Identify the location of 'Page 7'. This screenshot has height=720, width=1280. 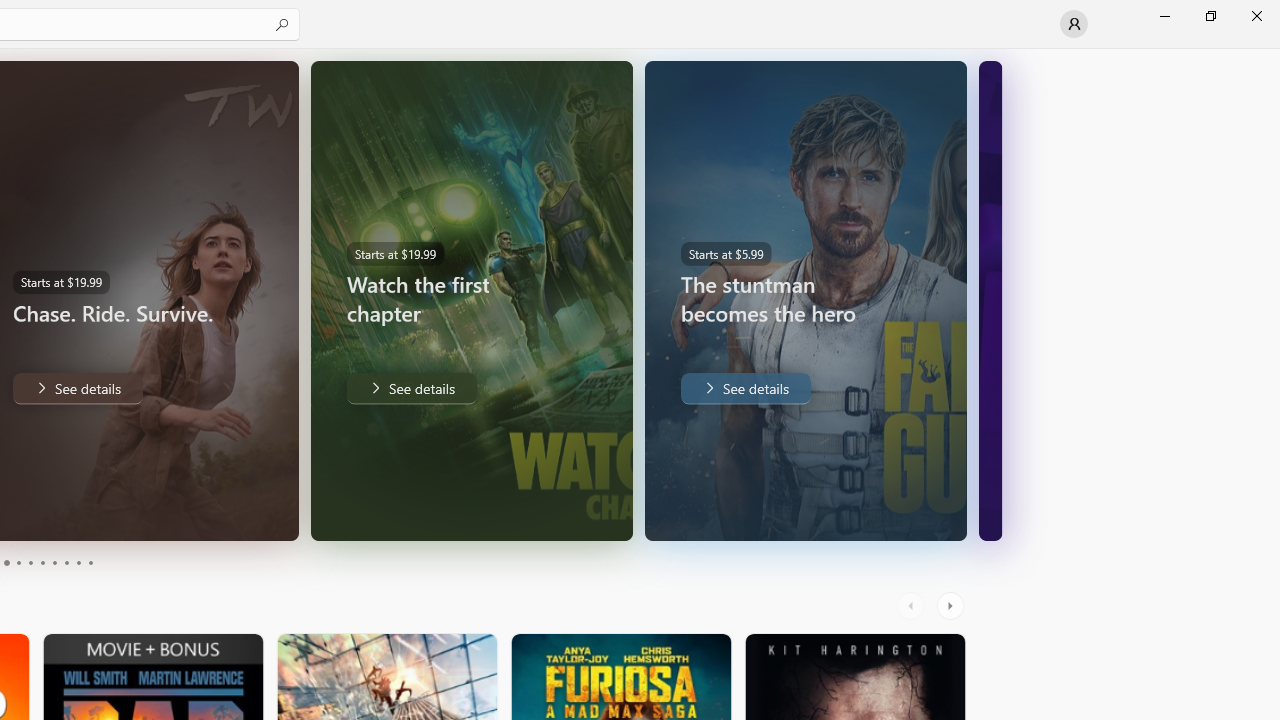
(54, 563).